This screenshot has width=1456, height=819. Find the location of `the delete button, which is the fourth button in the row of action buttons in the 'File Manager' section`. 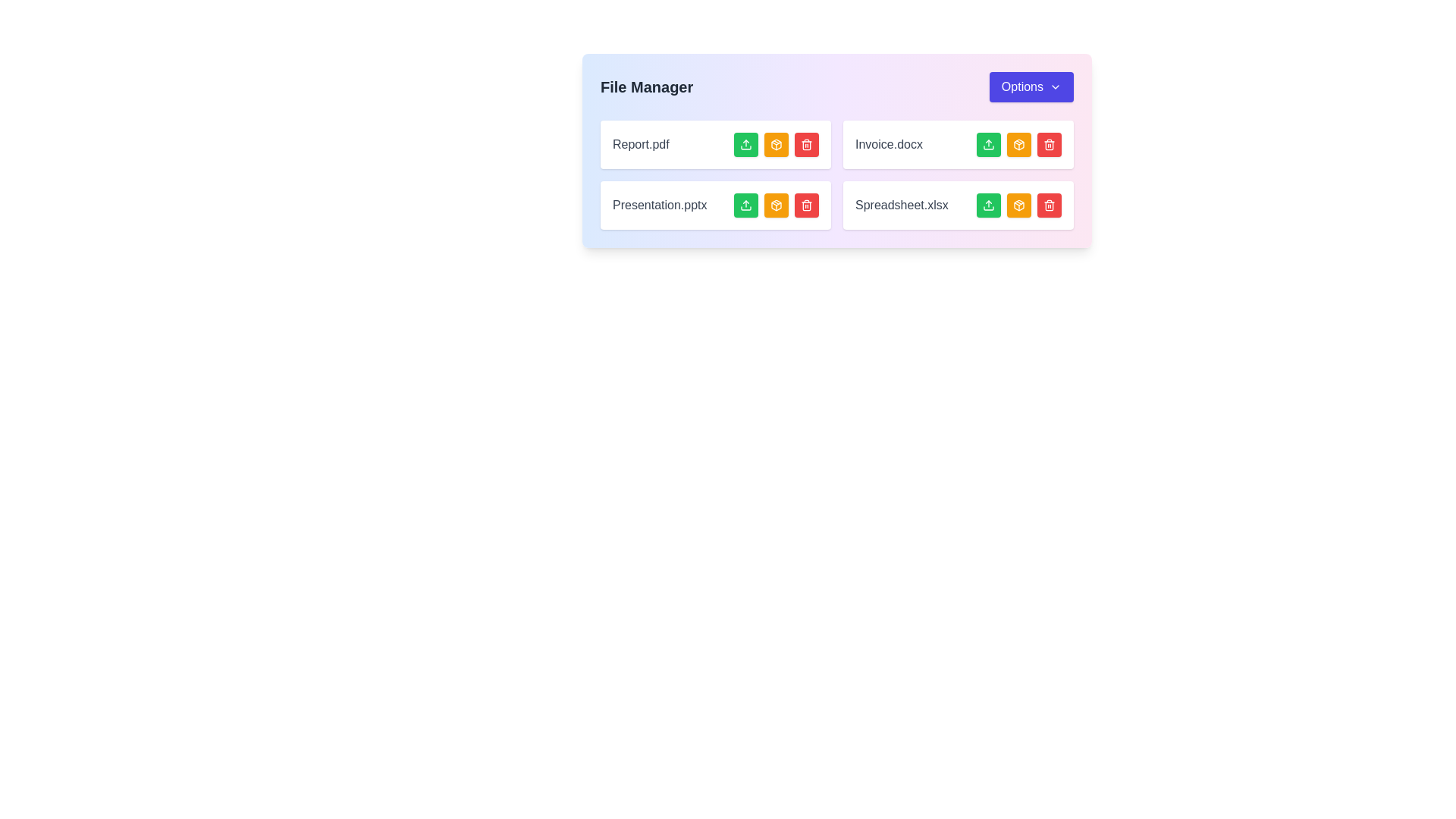

the delete button, which is the fourth button in the row of action buttons in the 'File Manager' section is located at coordinates (806, 145).